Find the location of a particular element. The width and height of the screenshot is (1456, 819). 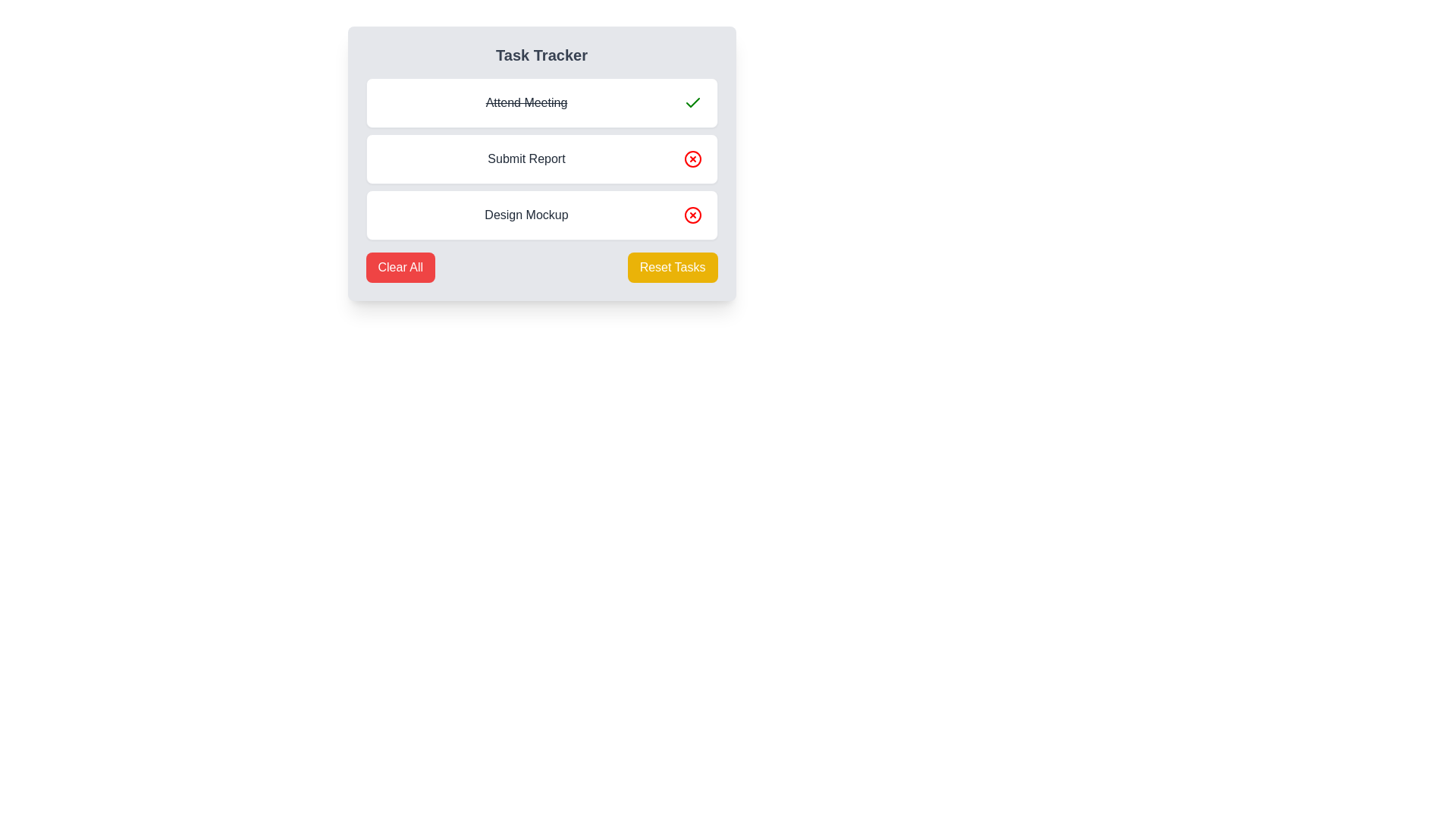

the green checkmark icon located at the top-right corner of the 'Attend Meeting' task field in the Task Tracker module is located at coordinates (692, 102).